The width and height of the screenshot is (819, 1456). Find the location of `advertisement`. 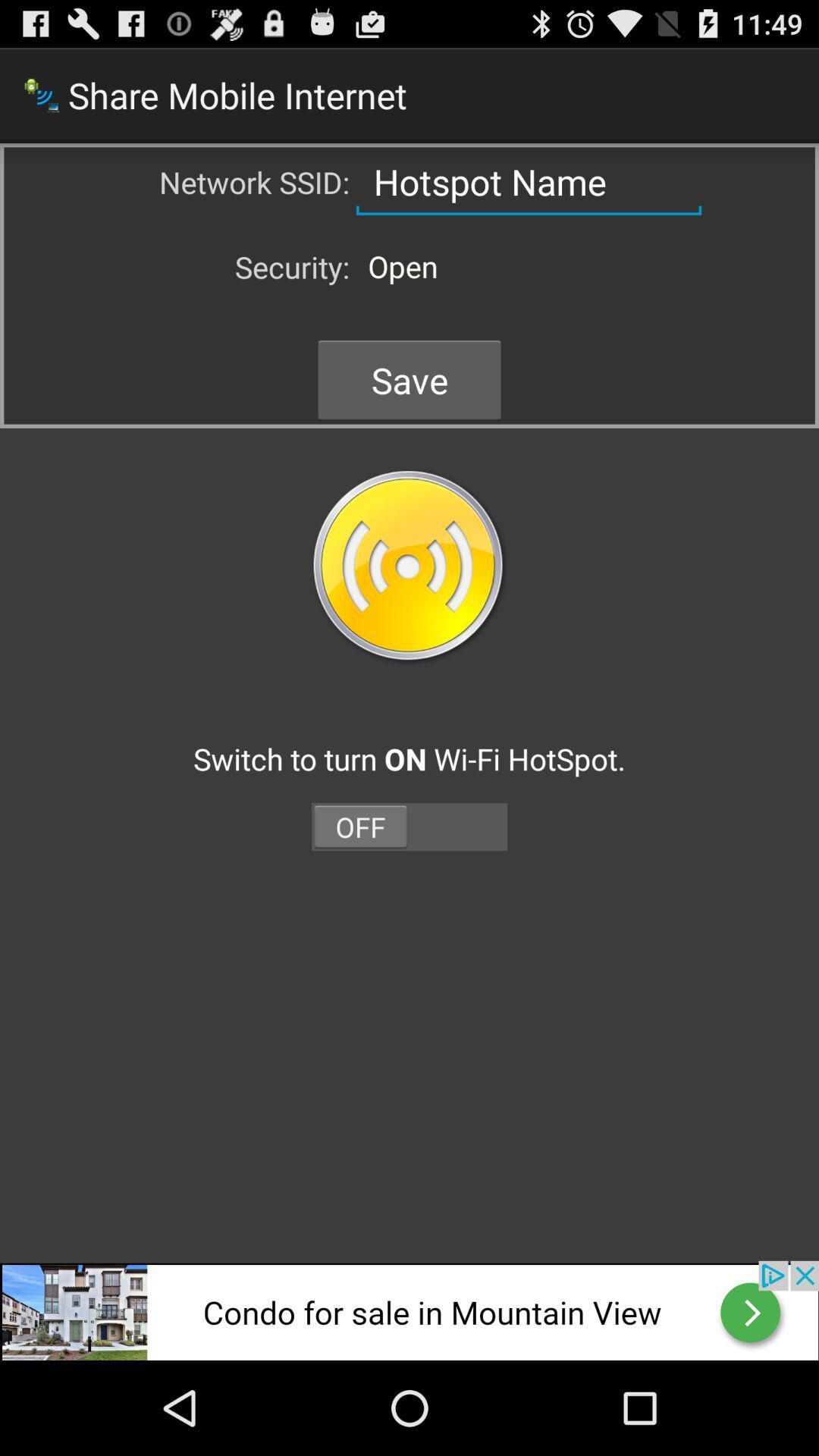

advertisement is located at coordinates (409, 1310).